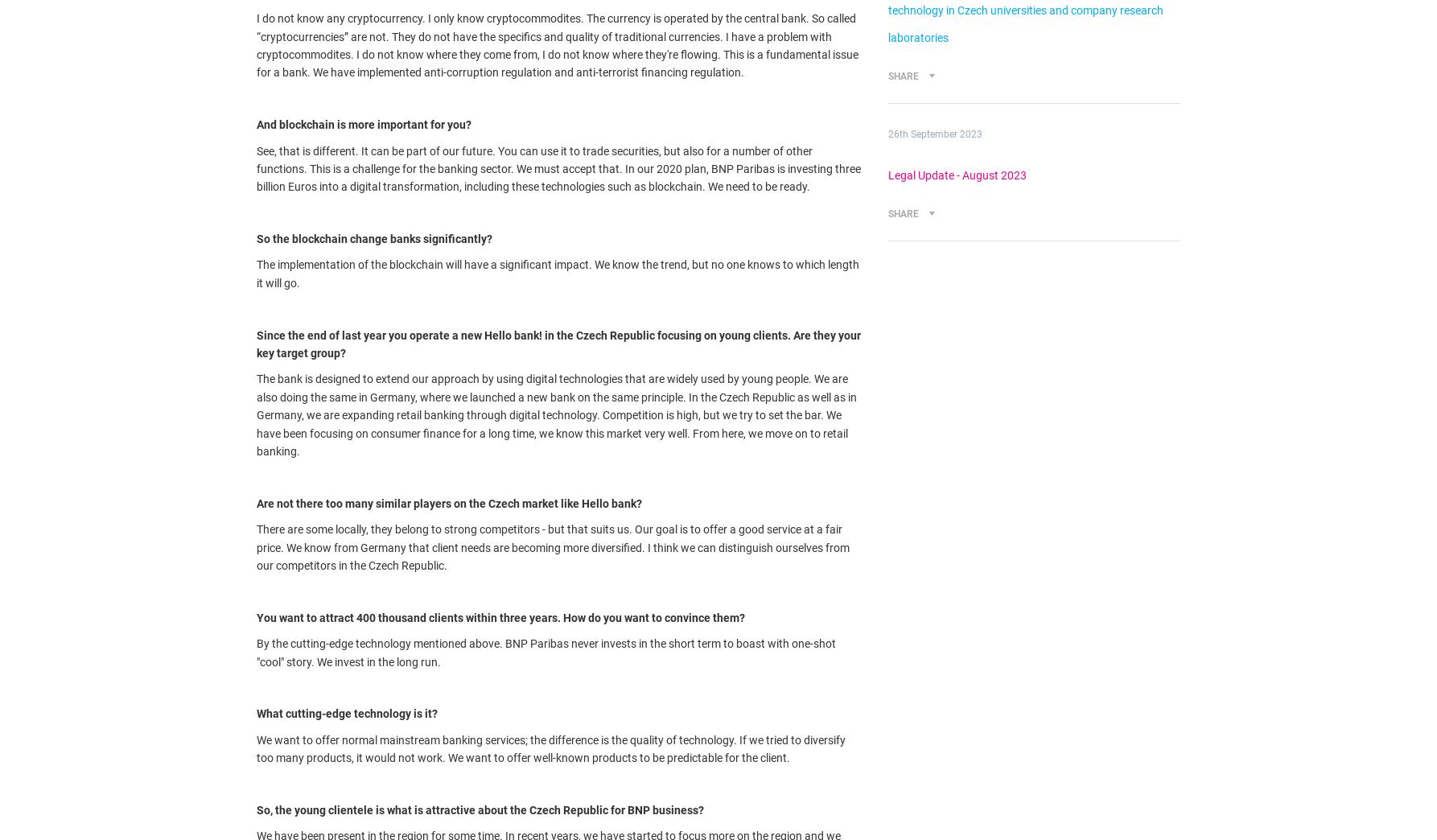  What do you see at coordinates (448, 503) in the screenshot?
I see `'Are not there too many similar players on the Czech market like Hello bank?'` at bounding box center [448, 503].